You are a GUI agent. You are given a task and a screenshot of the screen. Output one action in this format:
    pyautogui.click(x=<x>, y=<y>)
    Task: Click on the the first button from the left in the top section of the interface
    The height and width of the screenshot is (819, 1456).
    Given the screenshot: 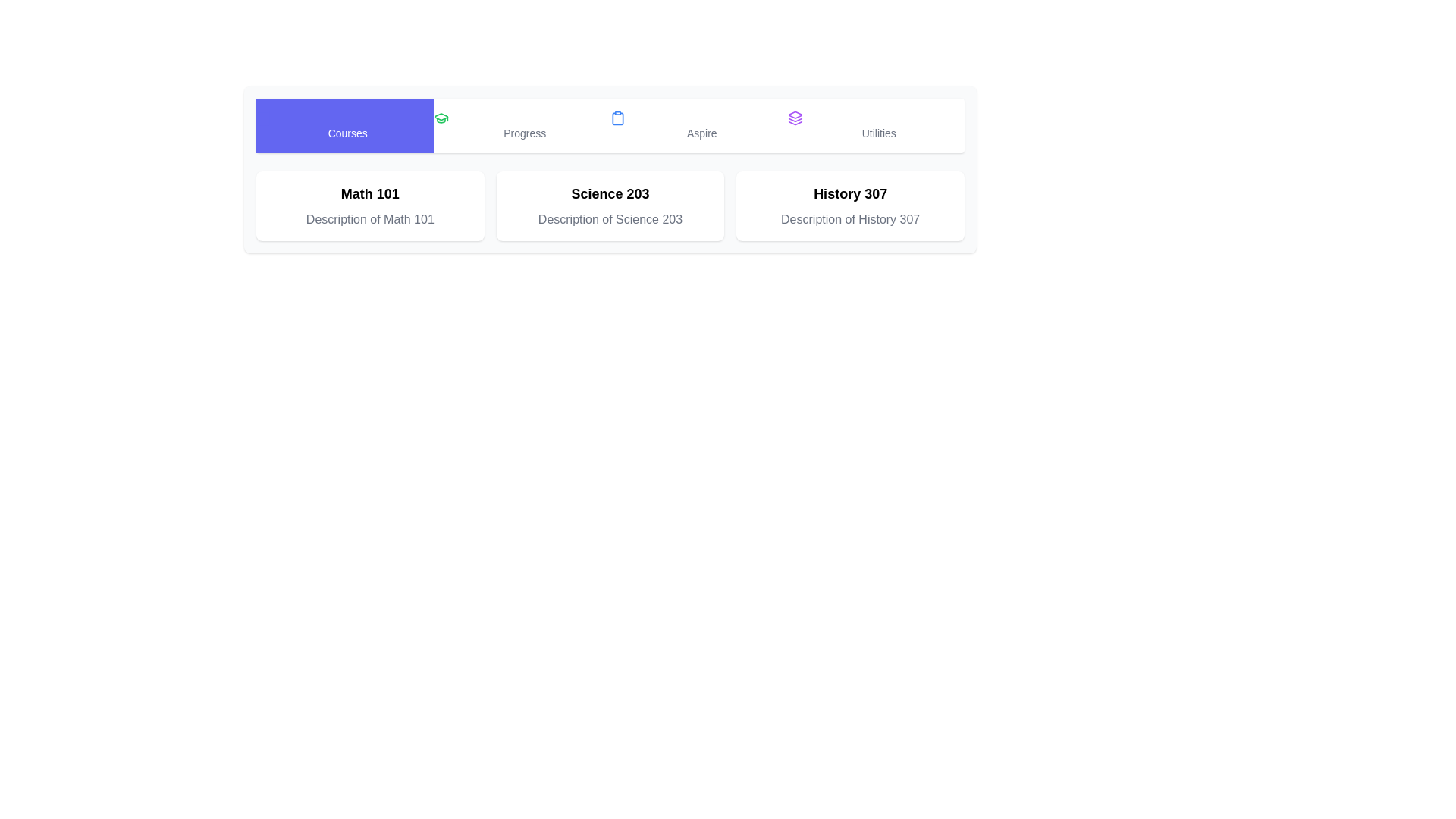 What is the action you would take?
    pyautogui.click(x=344, y=124)
    